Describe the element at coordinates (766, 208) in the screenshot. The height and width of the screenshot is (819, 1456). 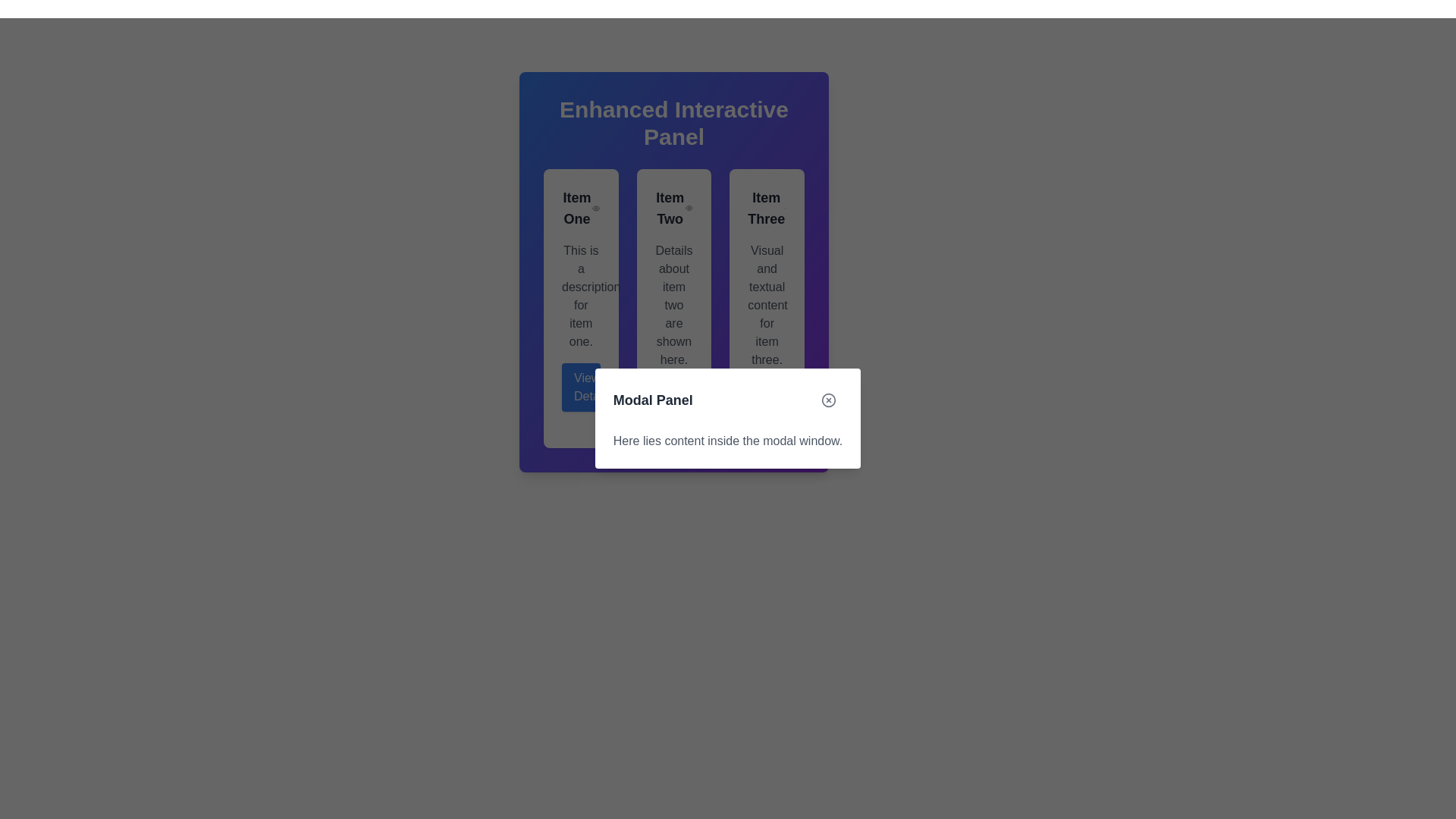
I see `the text label displaying 'Item Three' which is styled with a bold and larger font in dark gray, located in the right-most column under 'Enhanced Interactive Panel'` at that location.